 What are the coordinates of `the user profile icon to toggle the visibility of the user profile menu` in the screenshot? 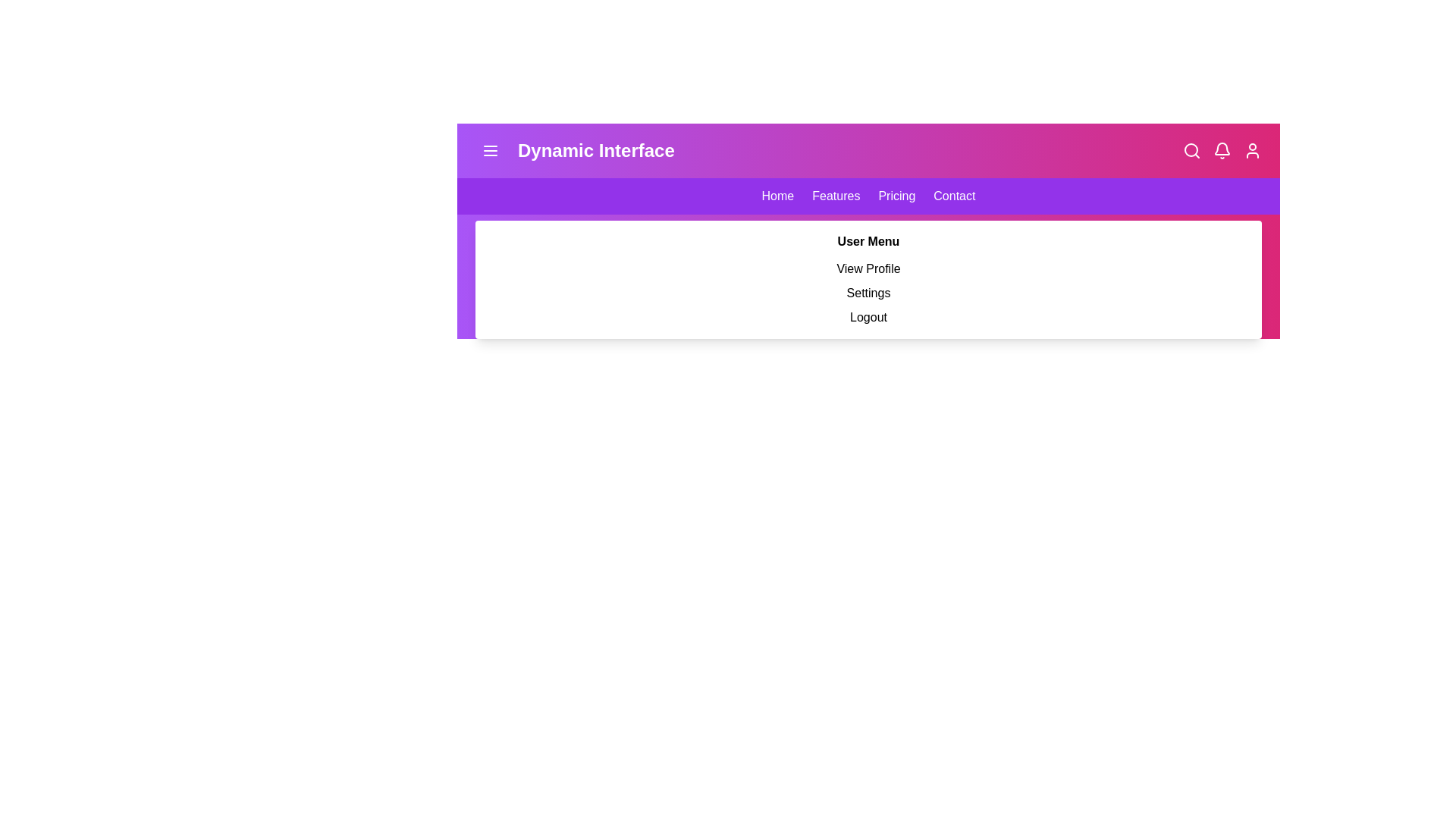 It's located at (1252, 151).